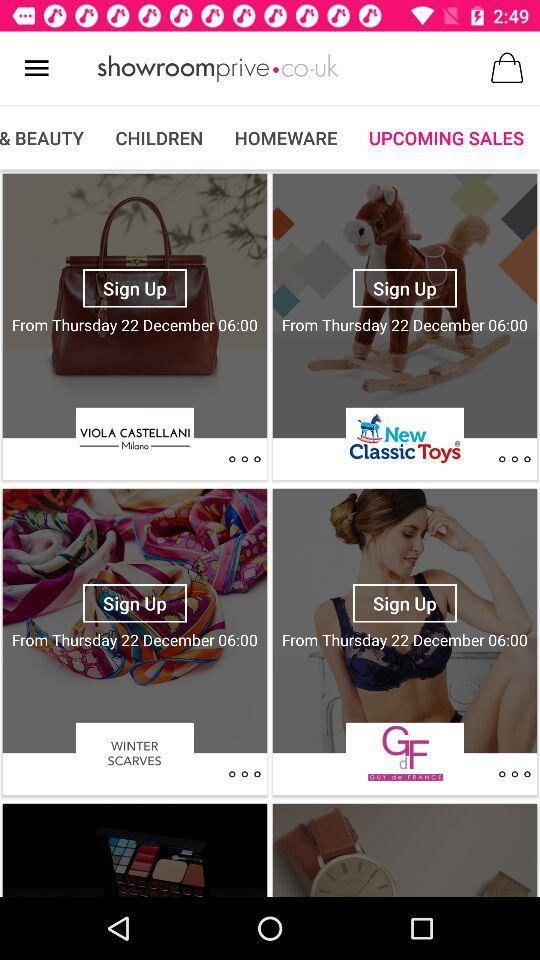 Image resolution: width=540 pixels, height=960 pixels. I want to click on click details, so click(514, 773).